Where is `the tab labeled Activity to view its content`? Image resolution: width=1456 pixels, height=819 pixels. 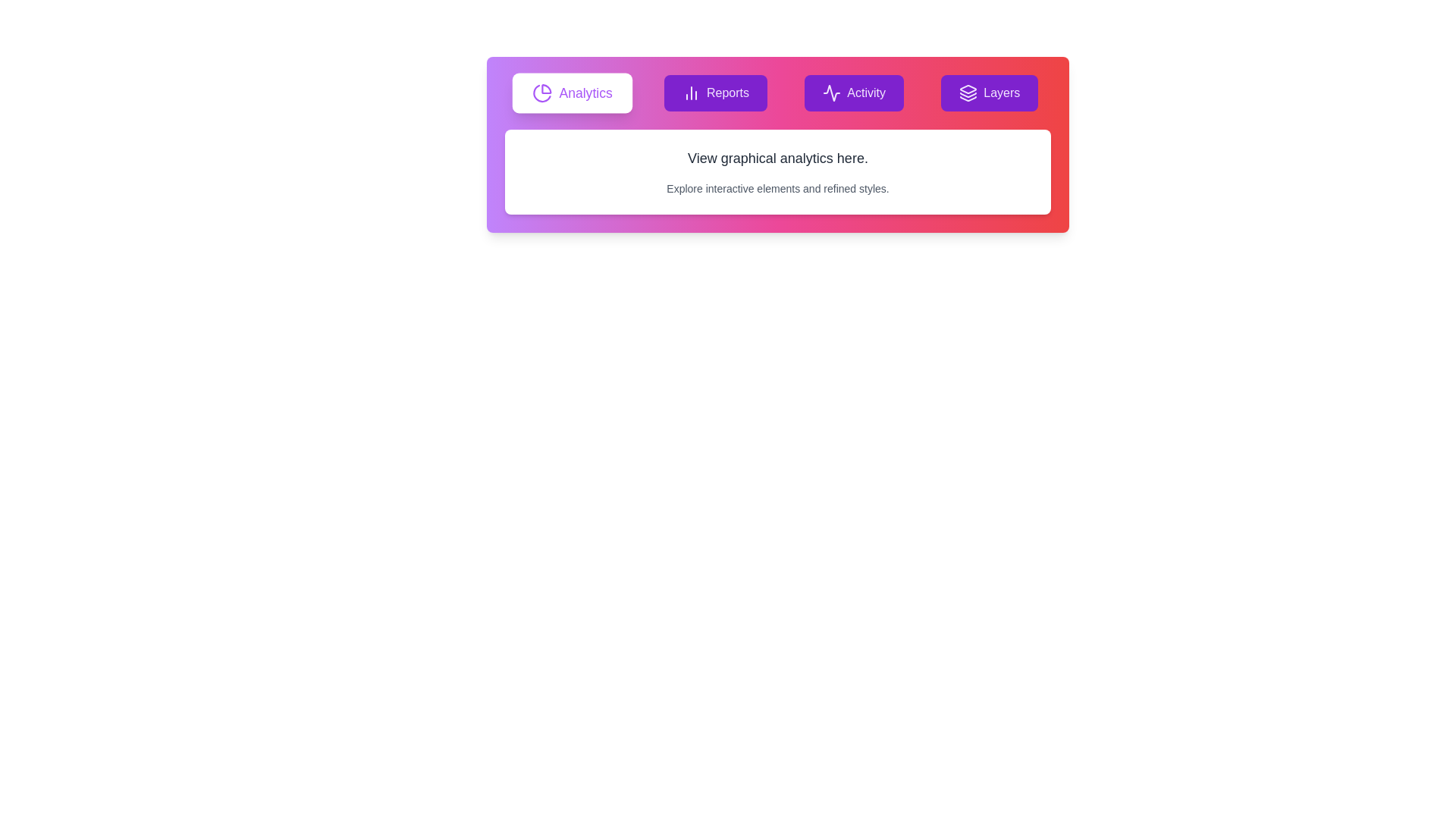
the tab labeled Activity to view its content is located at coordinates (854, 93).